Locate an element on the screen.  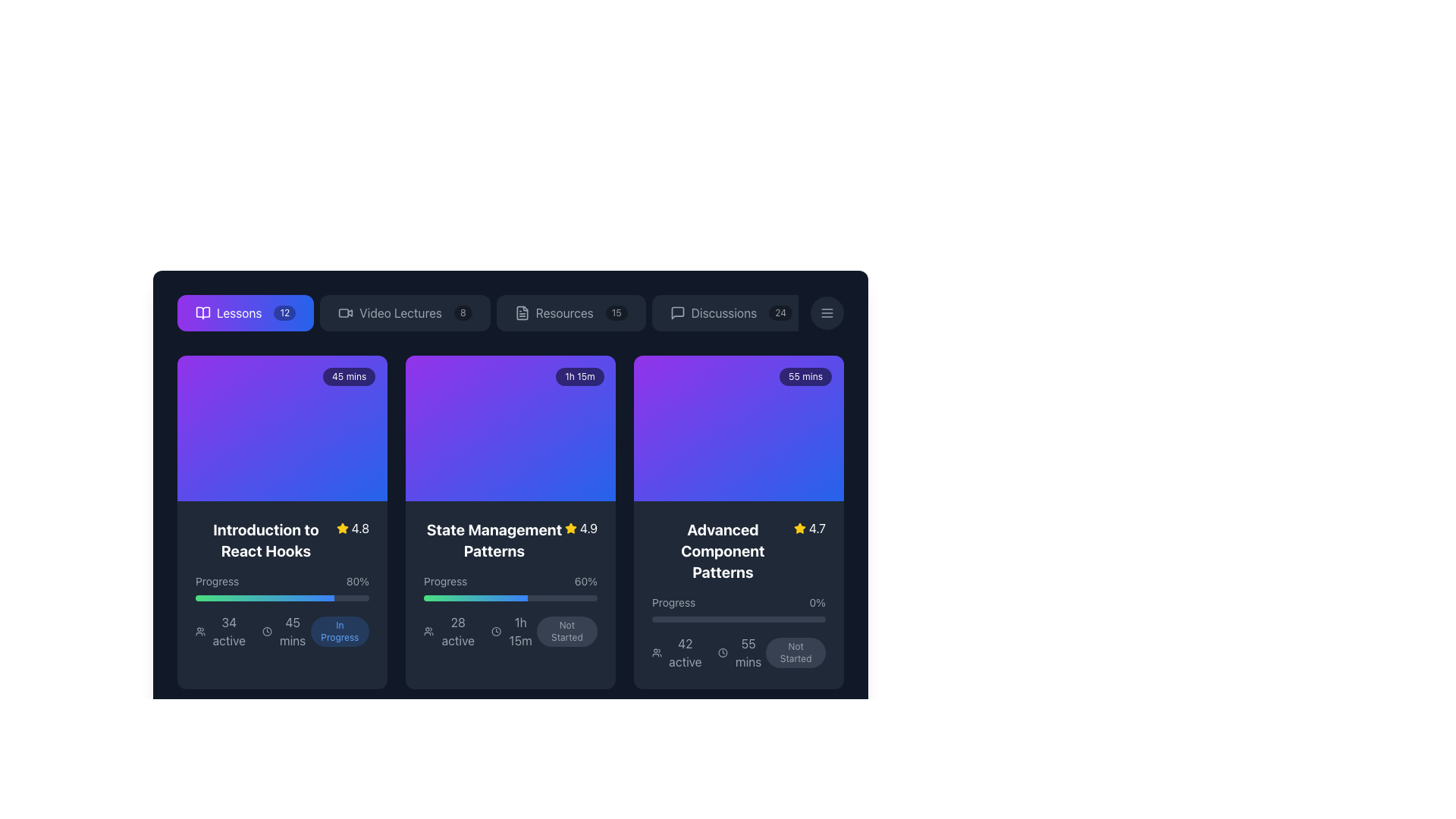
the static text displaying '55 mins', which is located within the bottom section of the third content card in a horizontal list of cards is located at coordinates (742, 651).